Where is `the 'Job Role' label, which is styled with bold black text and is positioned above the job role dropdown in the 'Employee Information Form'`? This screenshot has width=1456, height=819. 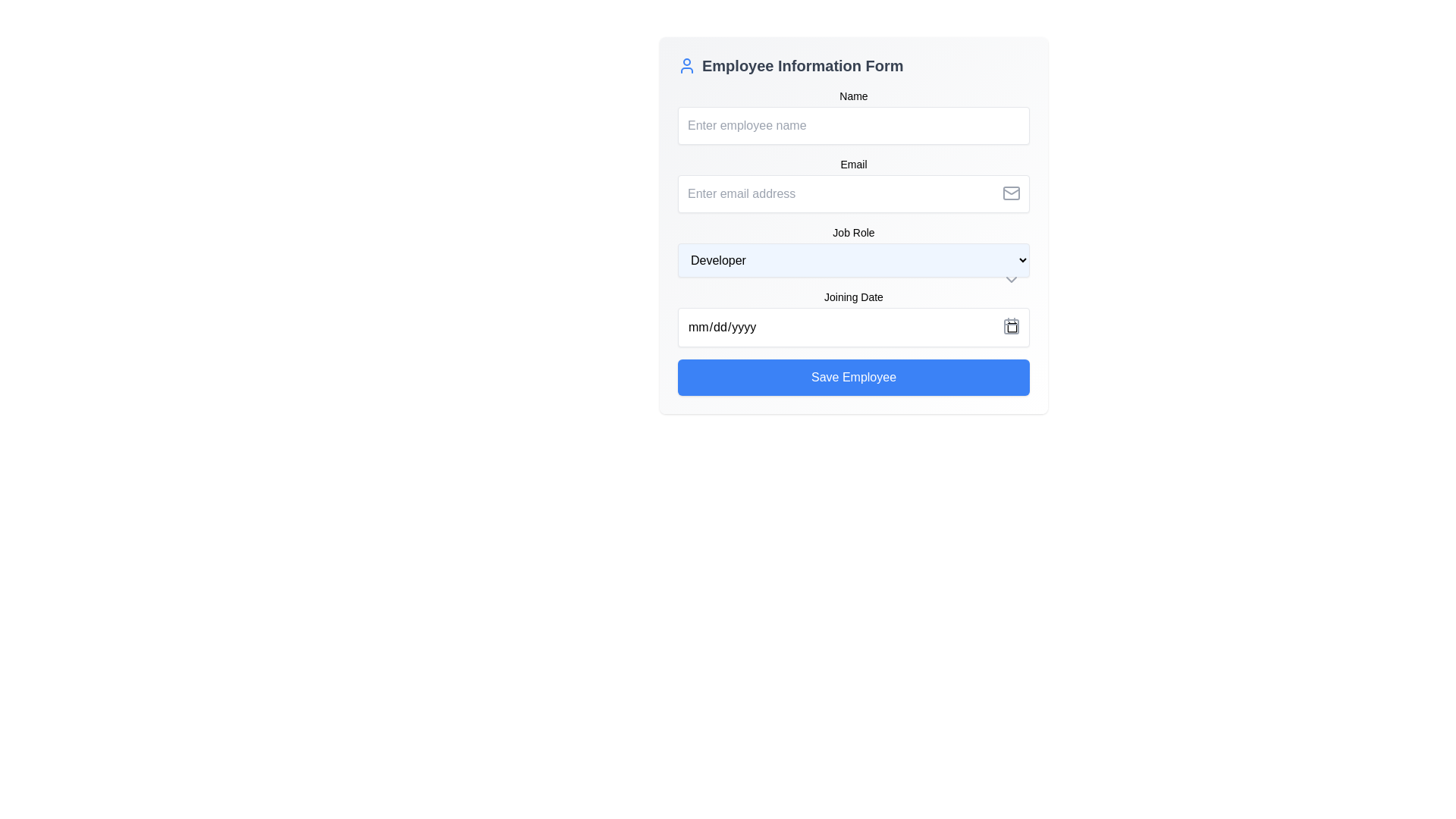 the 'Job Role' label, which is styled with bold black text and is positioned above the job role dropdown in the 'Employee Information Form' is located at coordinates (854, 233).